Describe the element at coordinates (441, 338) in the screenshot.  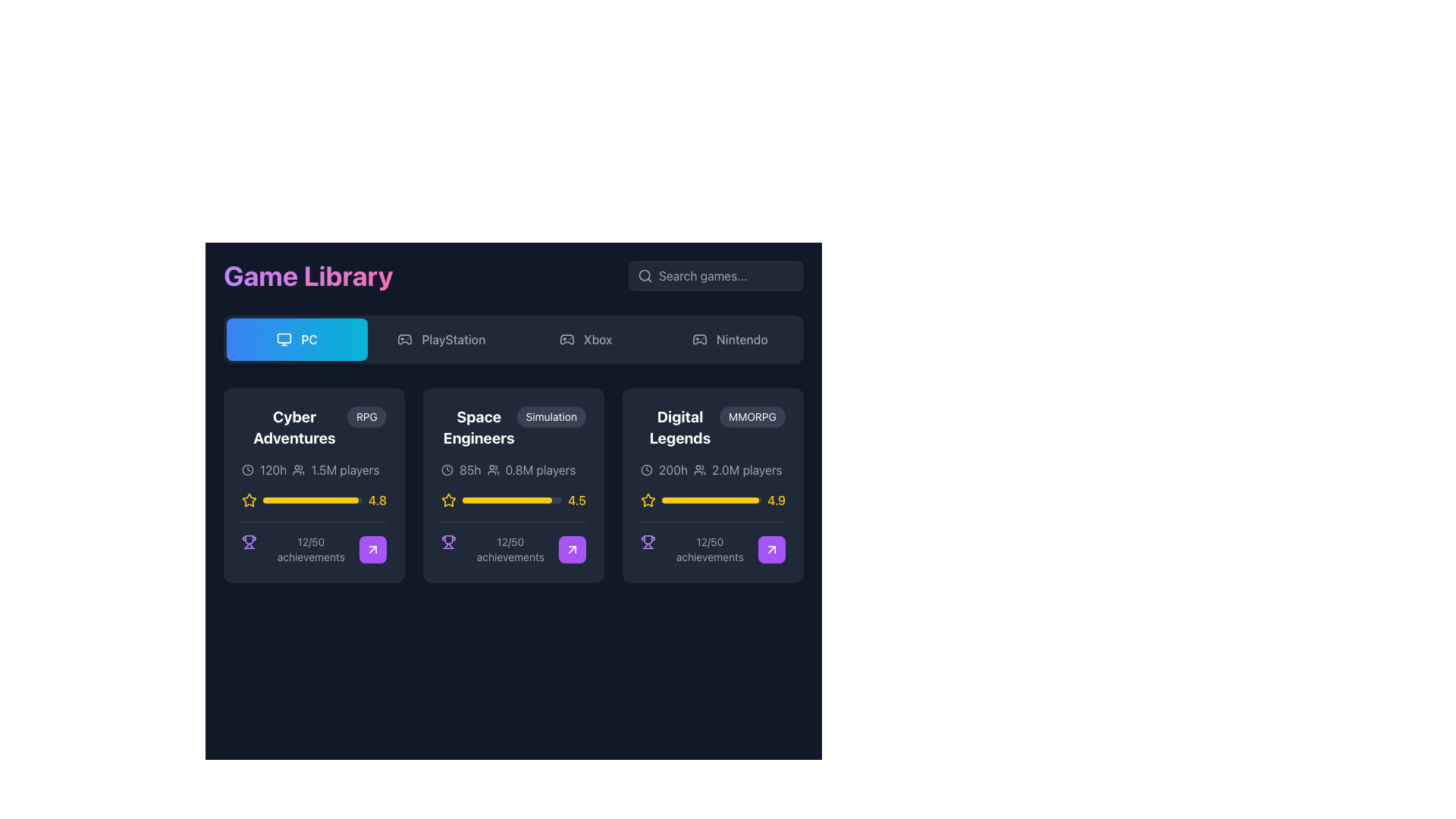
I see `the PlayStation filter button located in the horizontal menu beneath the 'Game Library' header` at that location.